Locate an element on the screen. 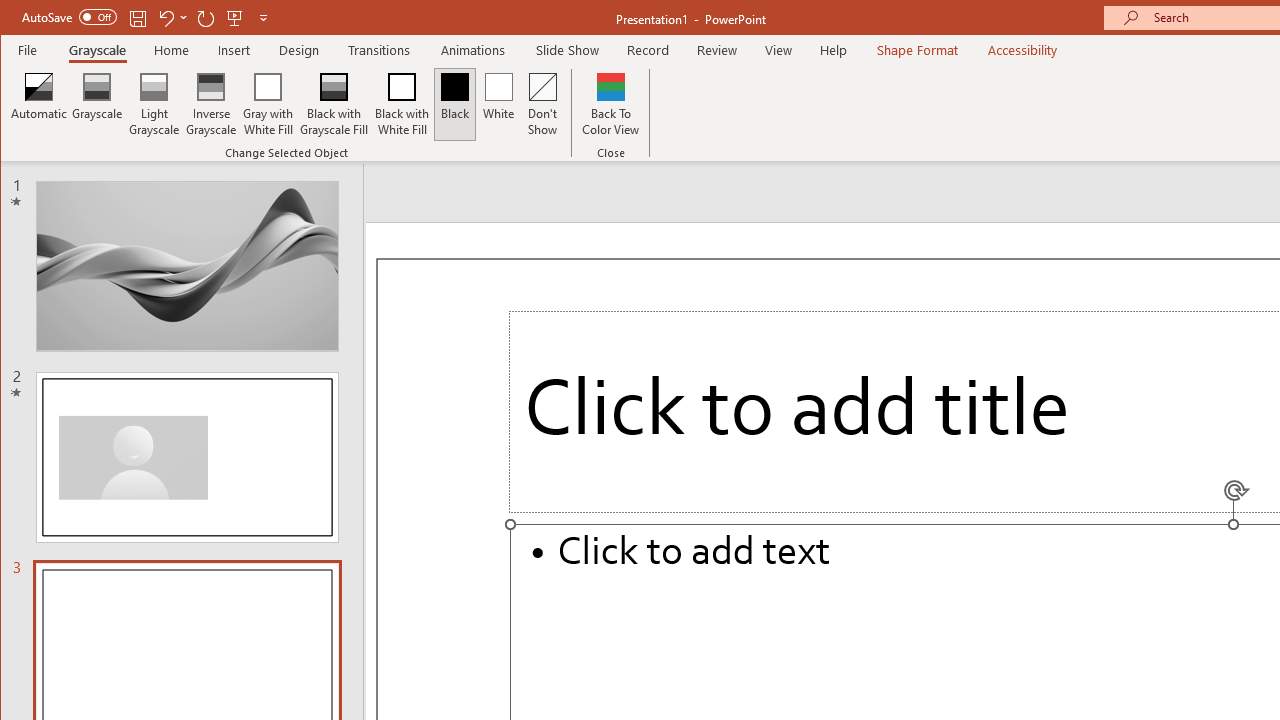 The height and width of the screenshot is (720, 1280). 'Undo' is located at coordinates (172, 17).